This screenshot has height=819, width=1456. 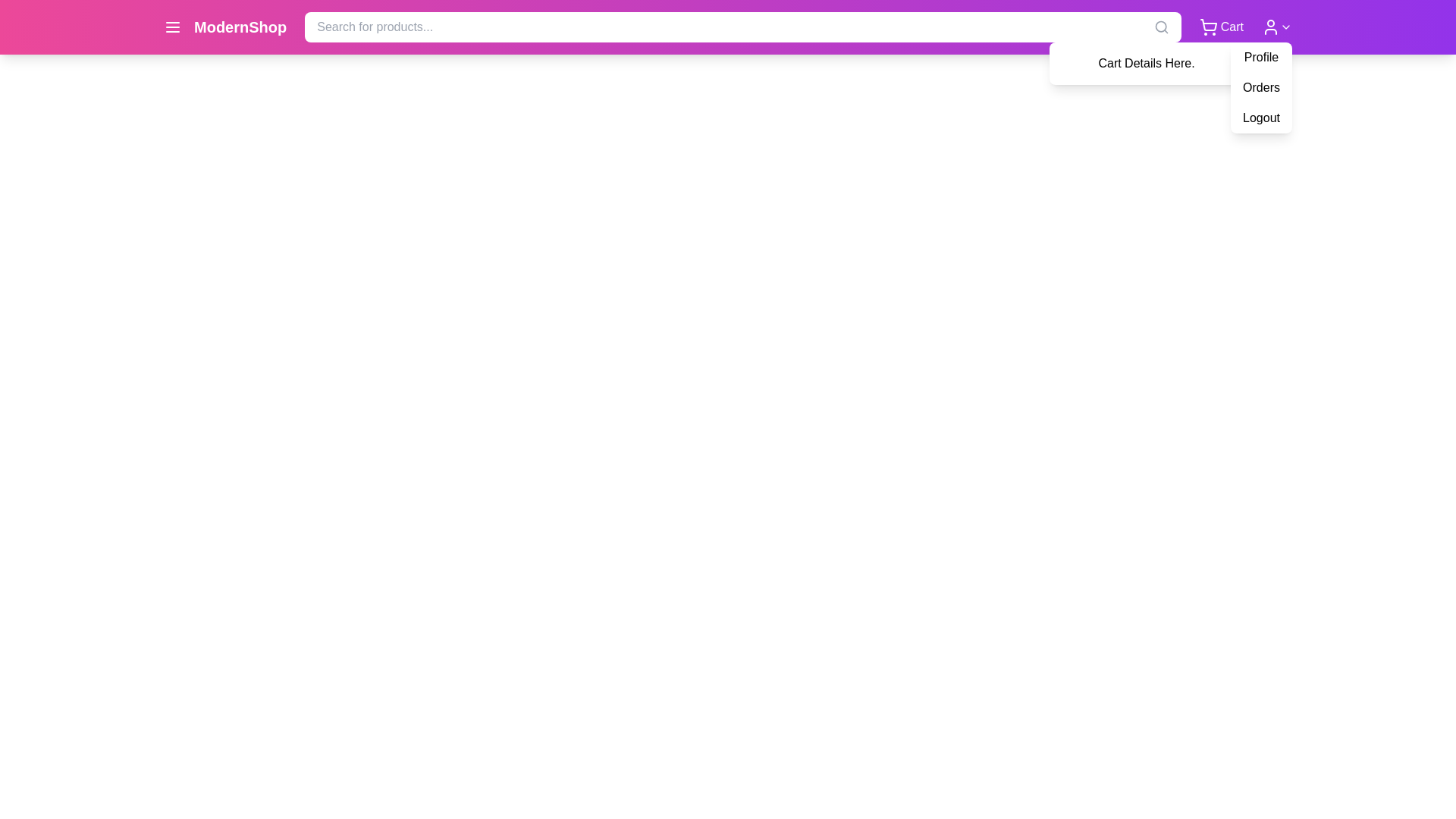 What do you see at coordinates (1160, 27) in the screenshot?
I see `the search icon located on the right-hand side of the search bar` at bounding box center [1160, 27].